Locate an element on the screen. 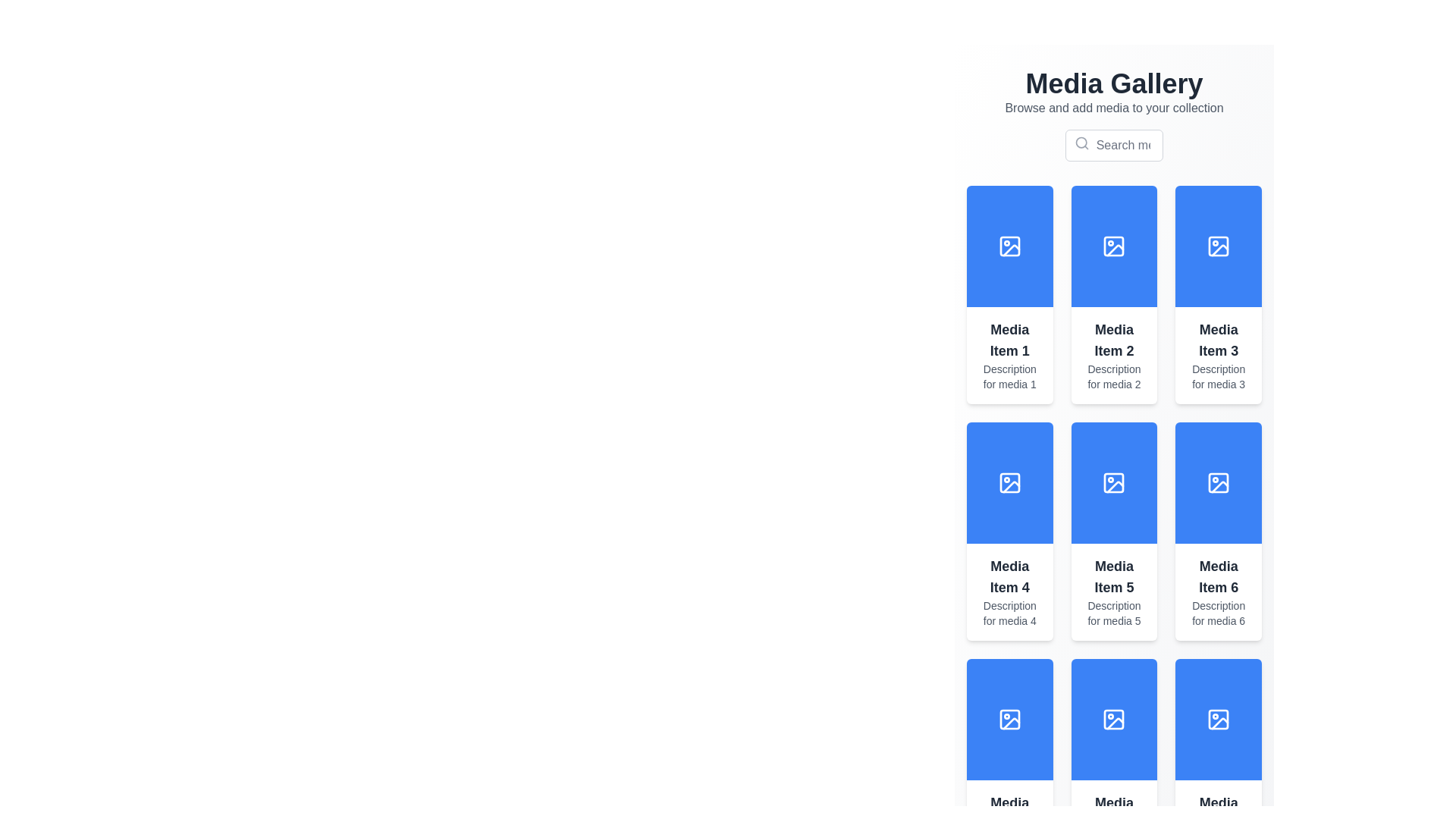  text content of the title and description displayed in the text block located in the third box of the first row in the media grid layout is located at coordinates (1219, 356).